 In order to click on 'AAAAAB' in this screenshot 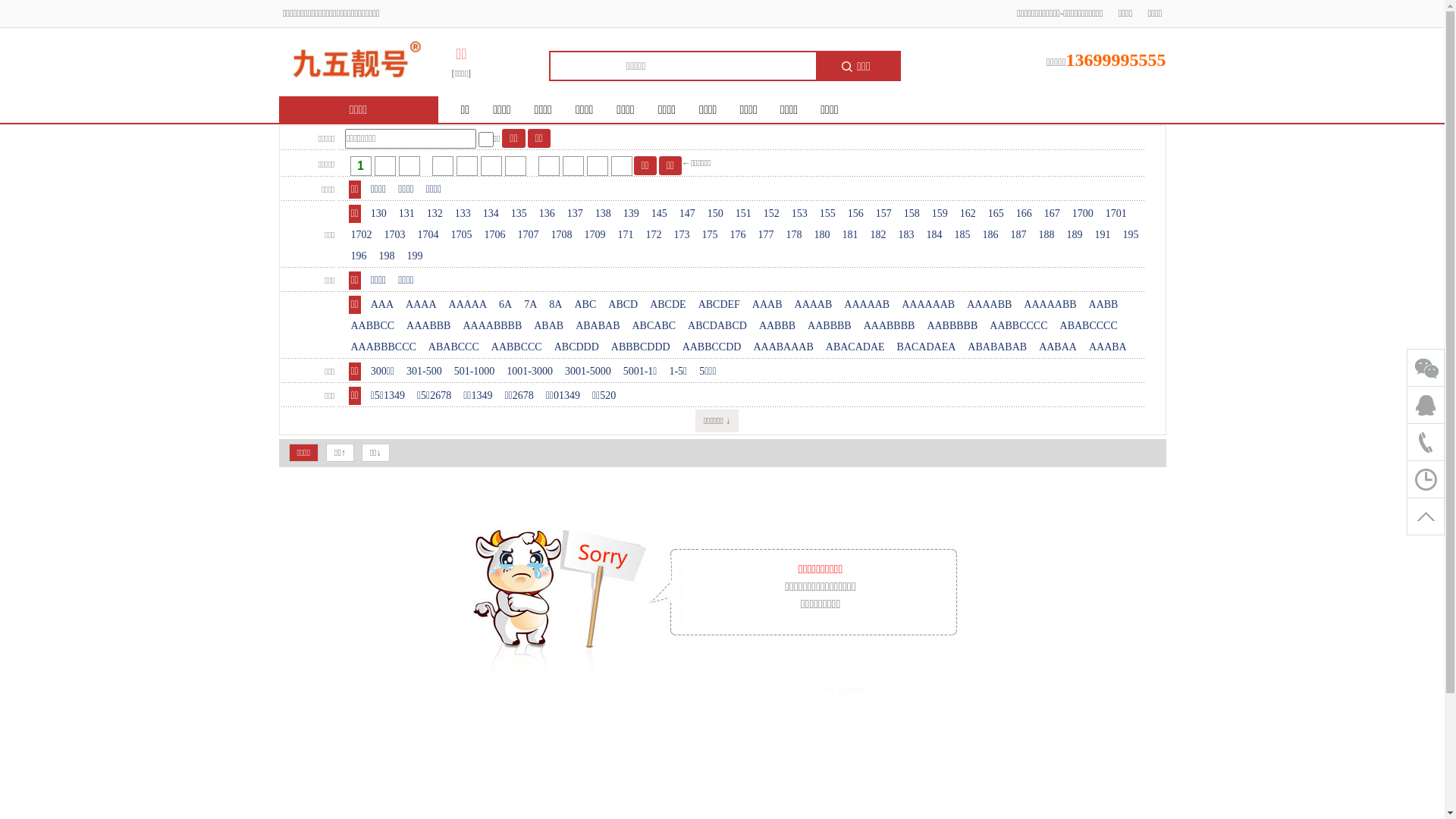, I will do `click(840, 304)`.